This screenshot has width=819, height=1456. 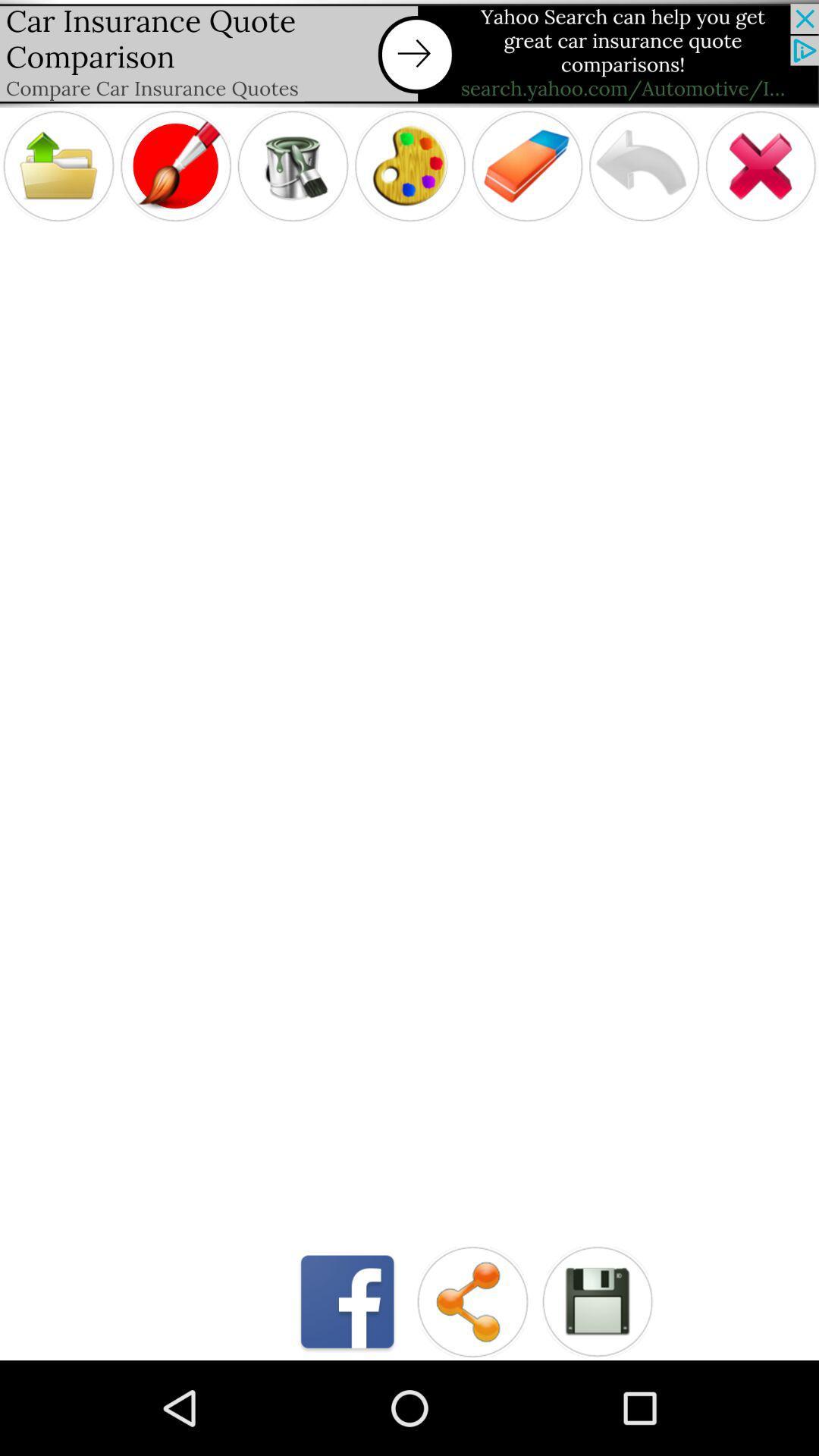 What do you see at coordinates (472, 1301) in the screenshot?
I see `share` at bounding box center [472, 1301].